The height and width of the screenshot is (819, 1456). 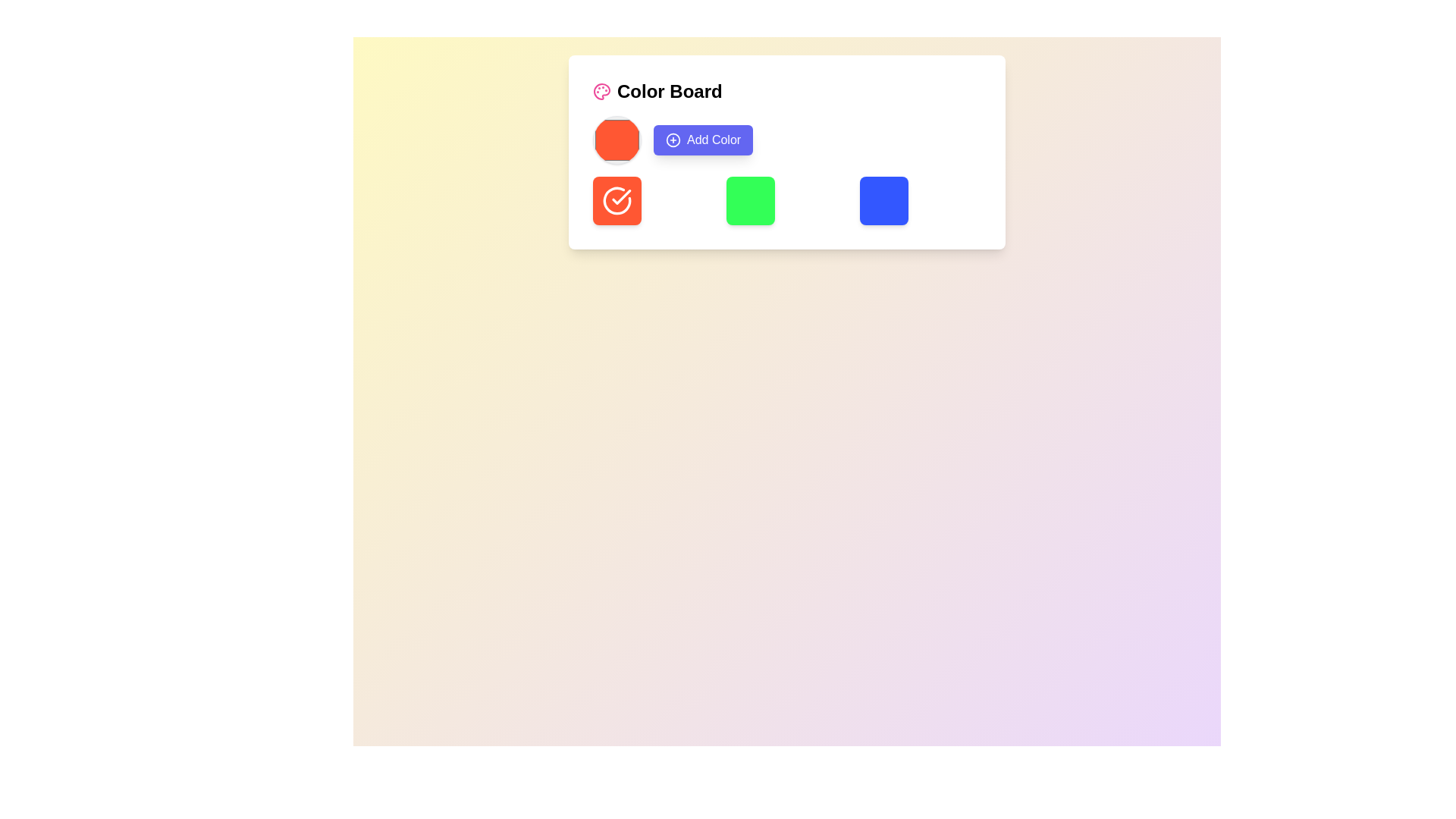 What do you see at coordinates (884, 200) in the screenshot?
I see `the third button in the second row of a grid layout` at bounding box center [884, 200].